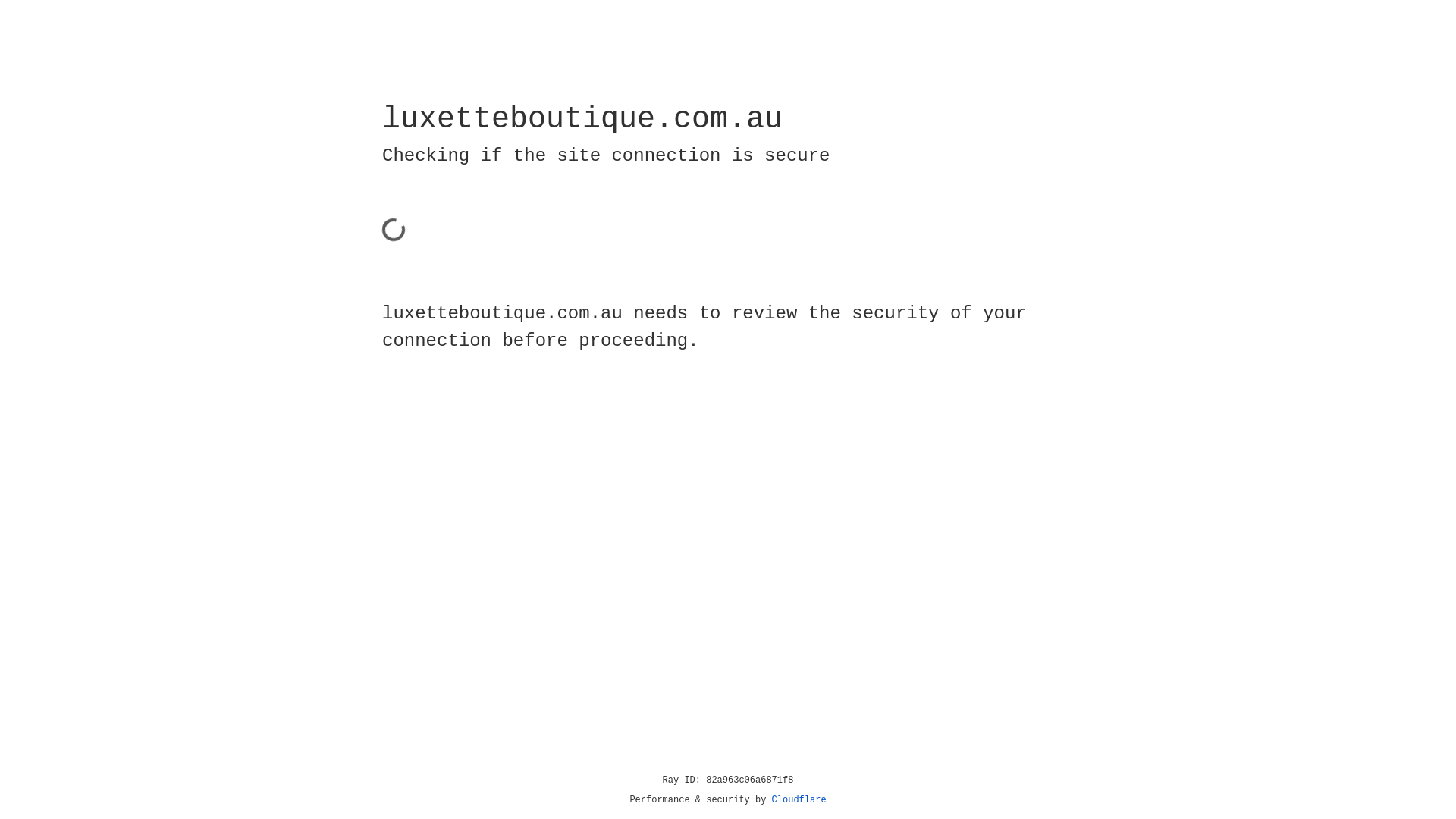 The width and height of the screenshot is (1456, 819). I want to click on 'Cloudflare', so click(799, 799).